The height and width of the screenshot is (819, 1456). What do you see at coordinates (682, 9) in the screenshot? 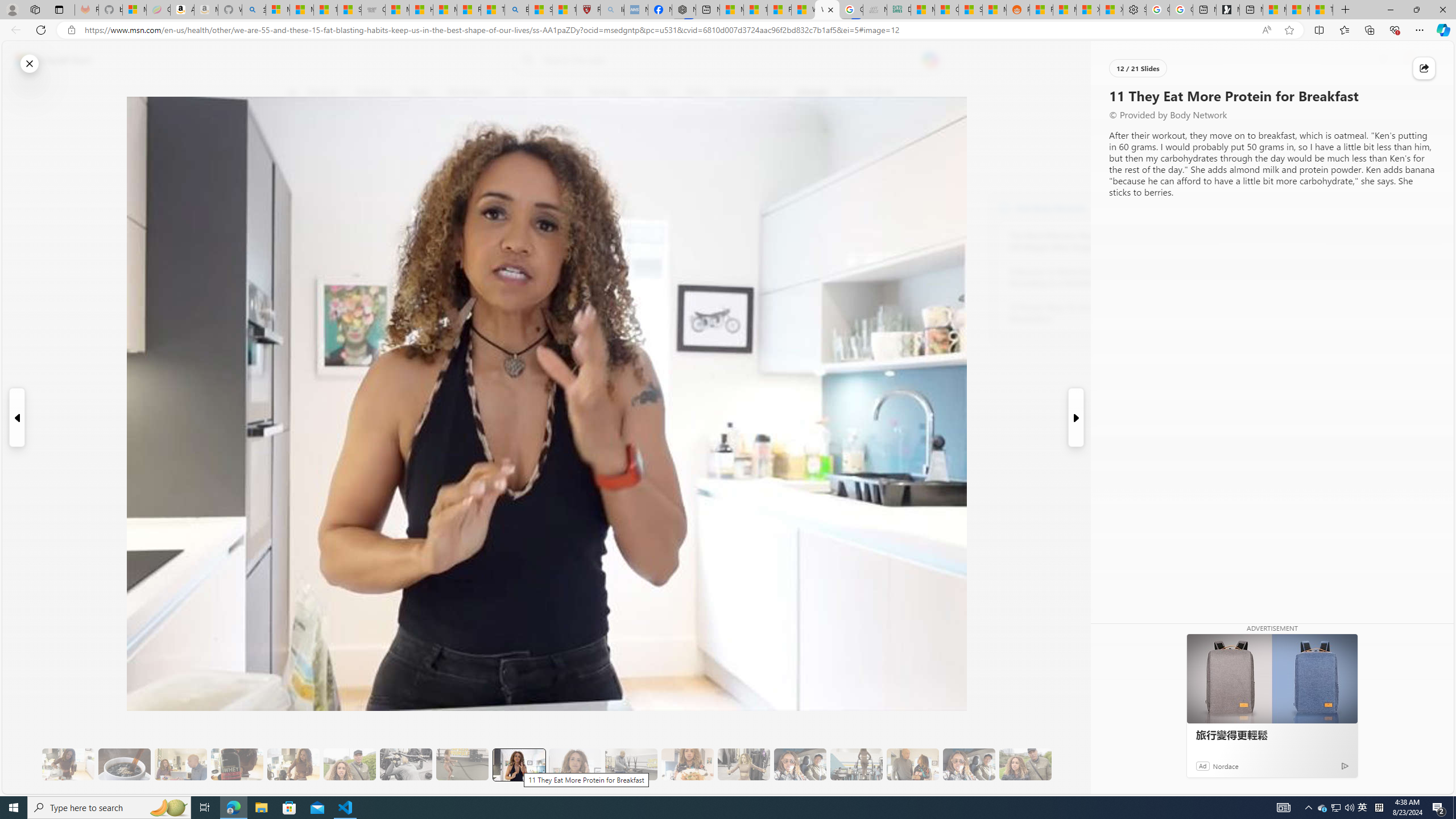
I see `'Nordace - Nordace Siena Is Not An Ordinary Backpack'` at bounding box center [682, 9].